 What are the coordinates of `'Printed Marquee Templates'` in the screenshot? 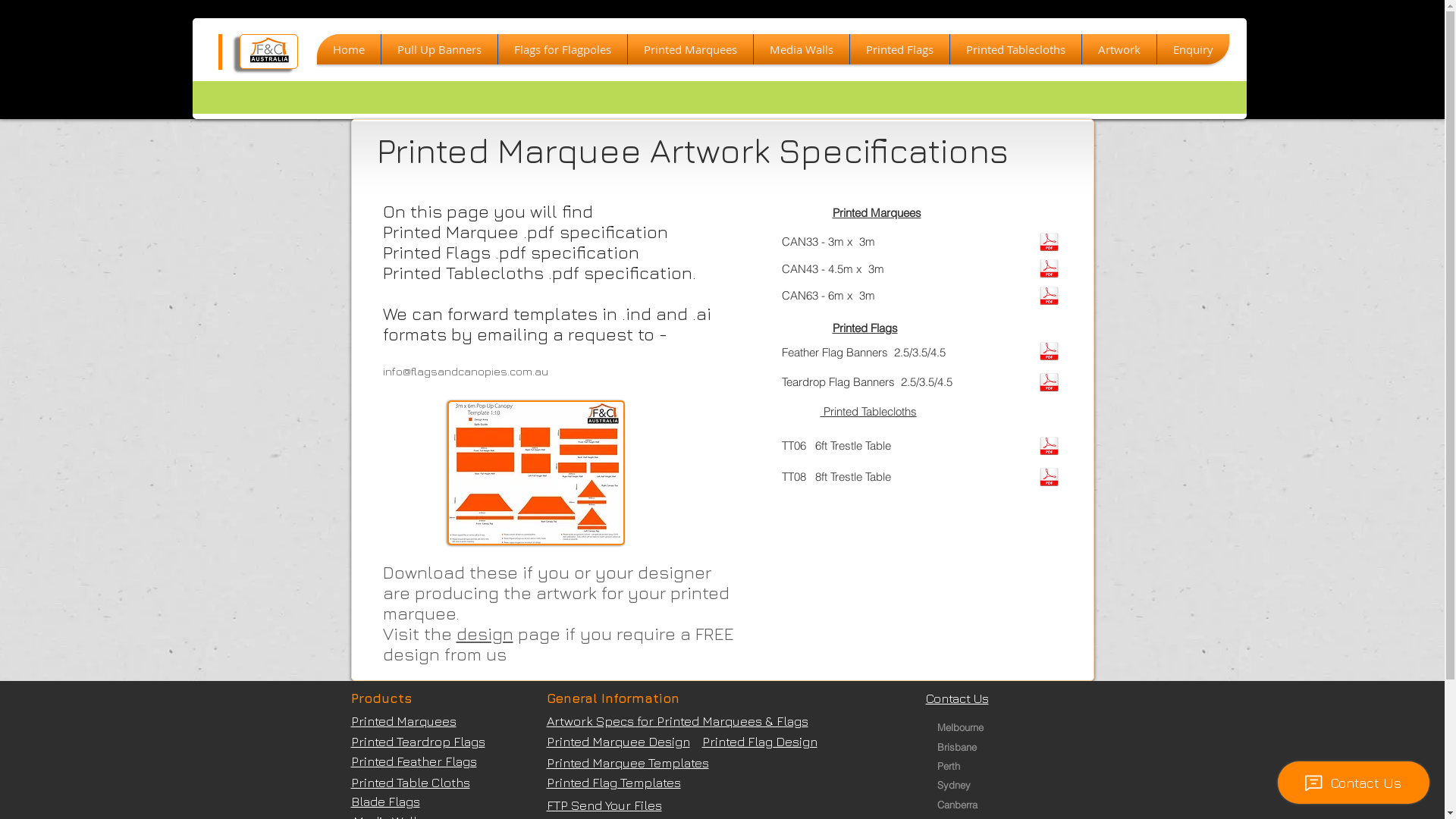 It's located at (626, 763).